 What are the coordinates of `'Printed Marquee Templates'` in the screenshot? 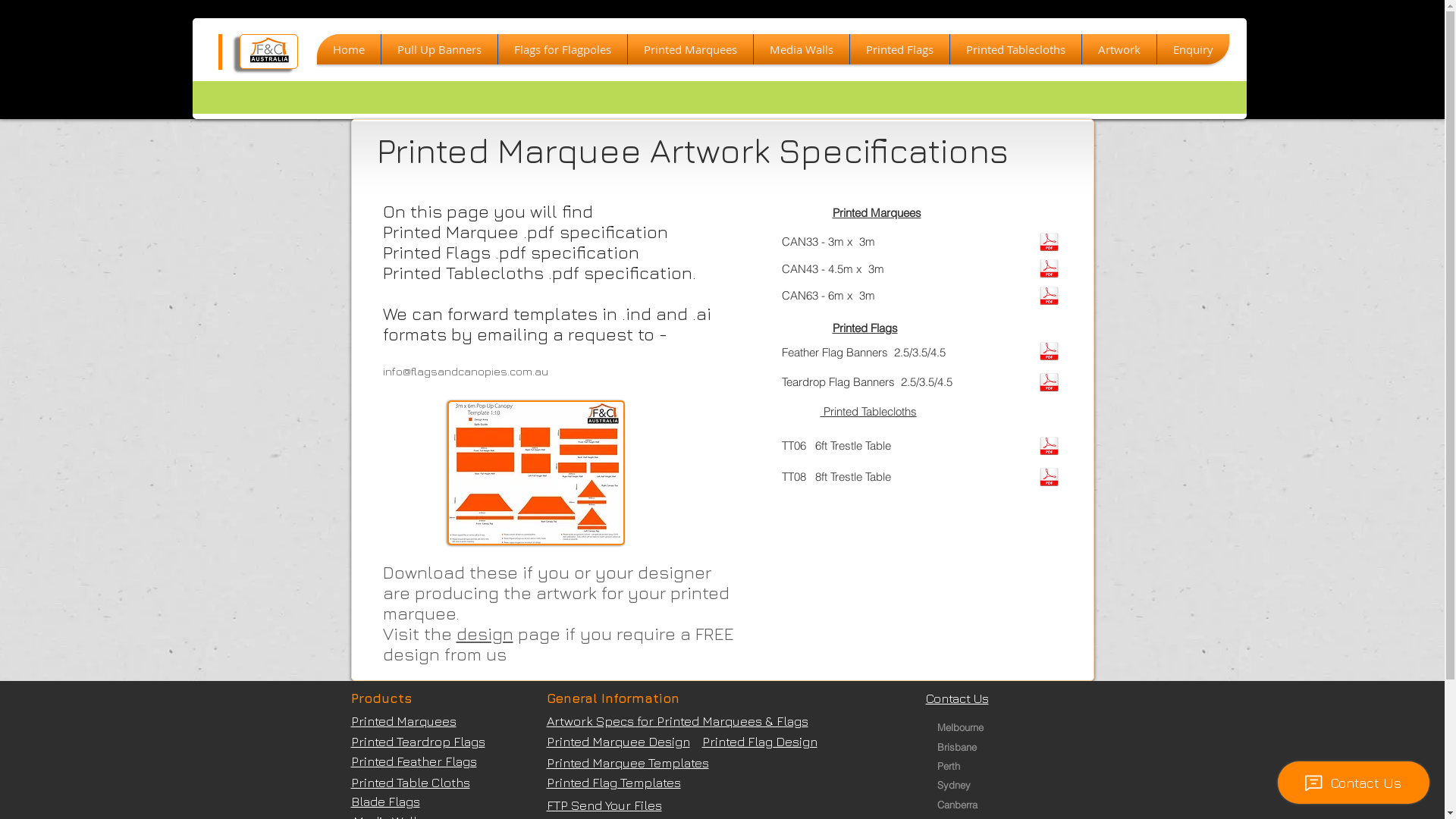 It's located at (626, 763).